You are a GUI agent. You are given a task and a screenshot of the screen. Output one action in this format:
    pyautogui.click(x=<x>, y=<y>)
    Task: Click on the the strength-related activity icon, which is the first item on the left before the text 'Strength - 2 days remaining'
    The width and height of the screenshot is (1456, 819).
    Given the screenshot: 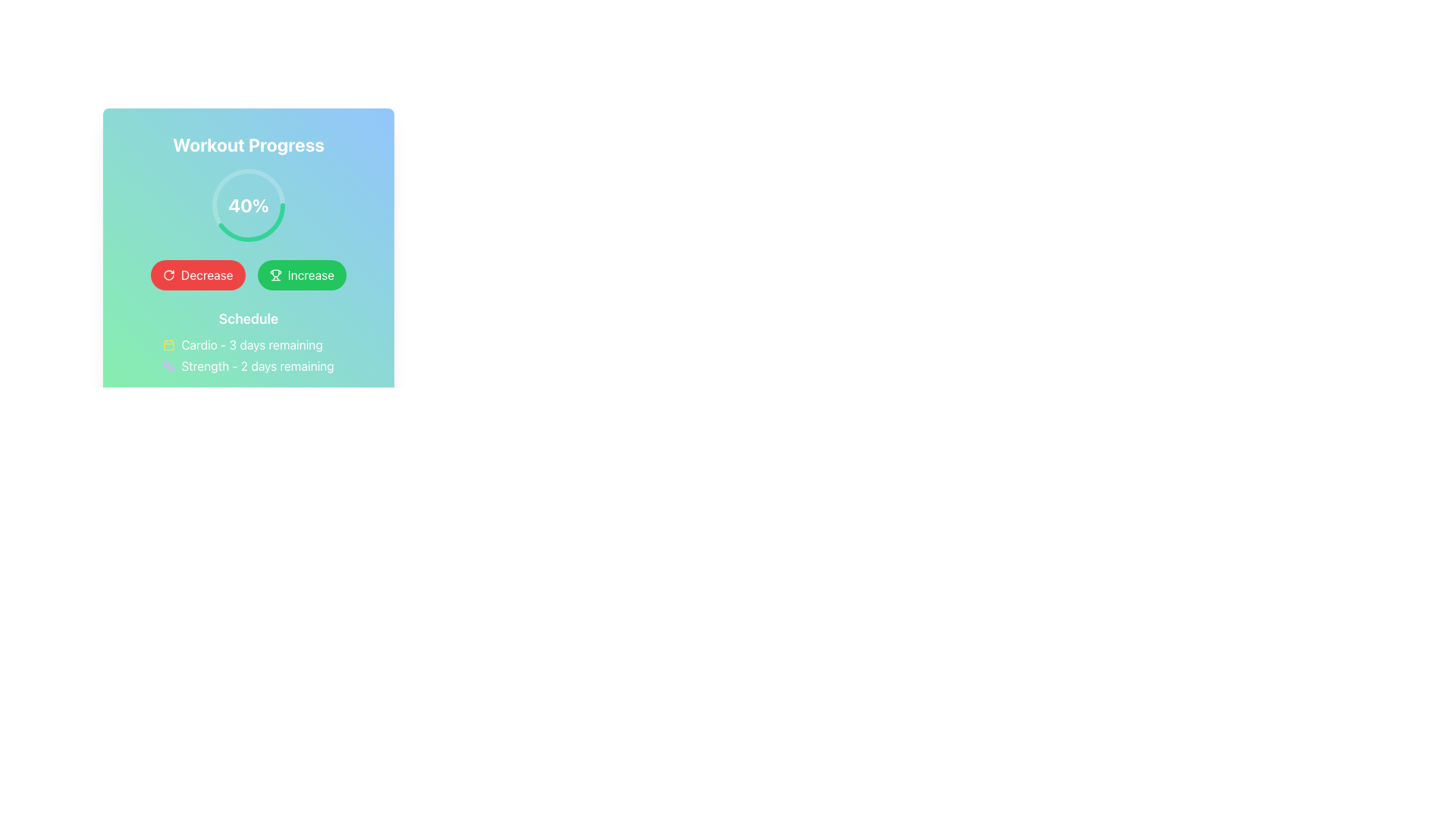 What is the action you would take?
    pyautogui.click(x=169, y=366)
    